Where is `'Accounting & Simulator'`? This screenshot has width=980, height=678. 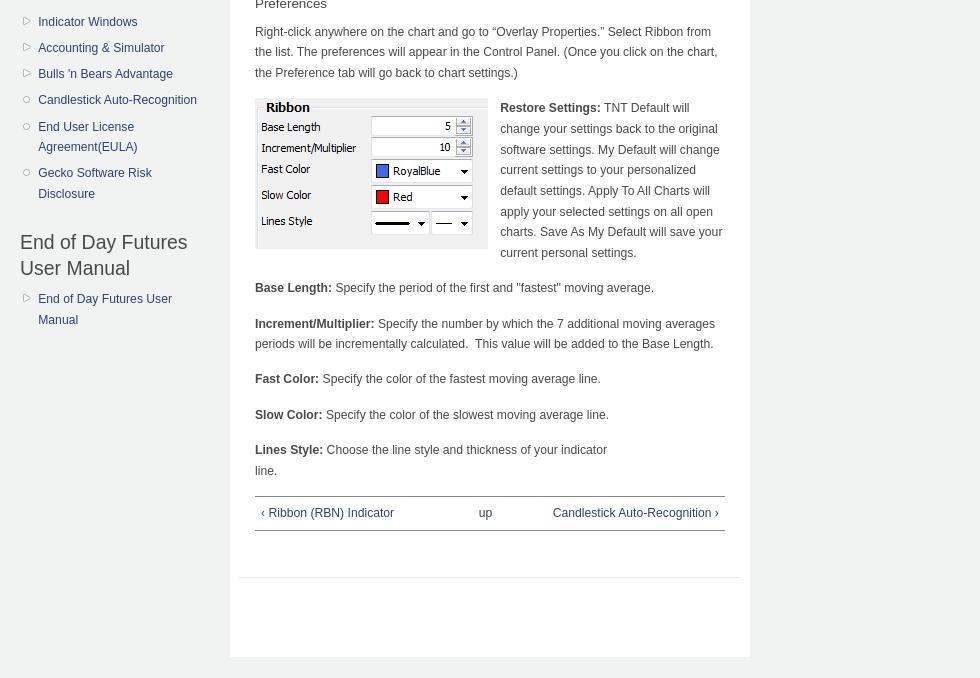
'Accounting & Simulator' is located at coordinates (101, 47).